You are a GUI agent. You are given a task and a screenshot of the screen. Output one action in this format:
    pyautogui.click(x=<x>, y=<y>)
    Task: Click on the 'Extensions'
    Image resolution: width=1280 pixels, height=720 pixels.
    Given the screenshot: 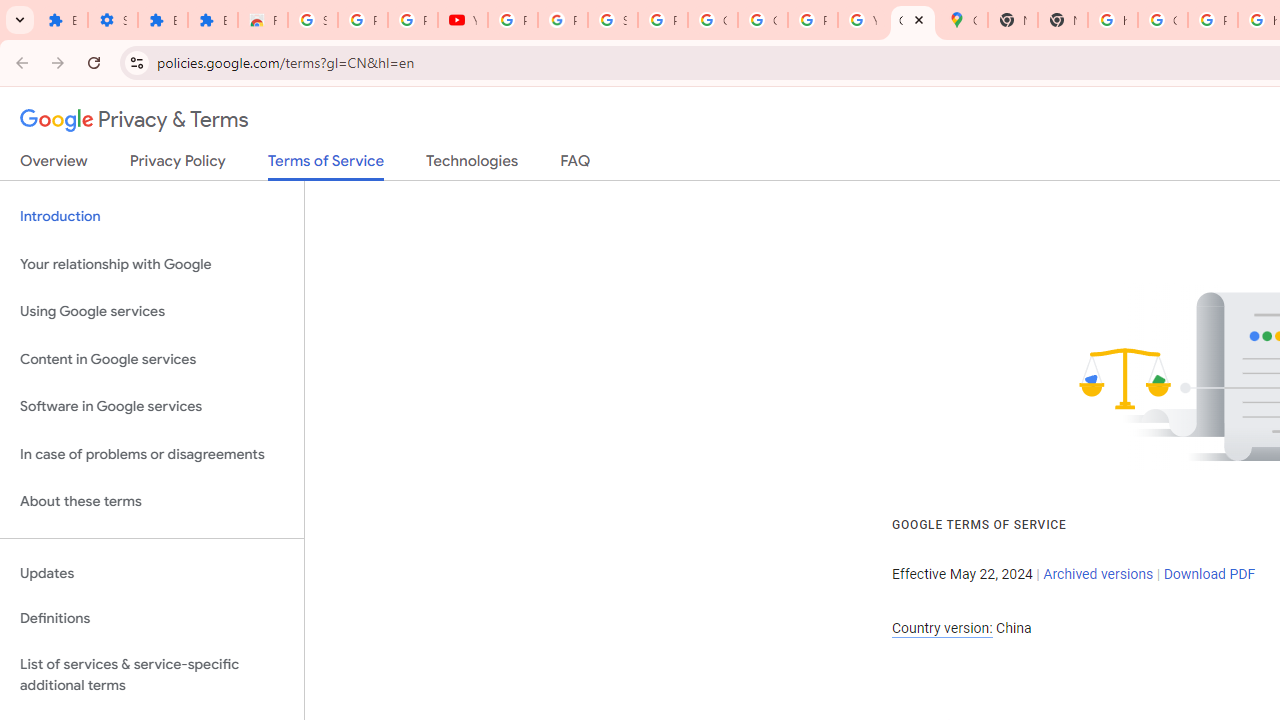 What is the action you would take?
    pyautogui.click(x=163, y=20)
    